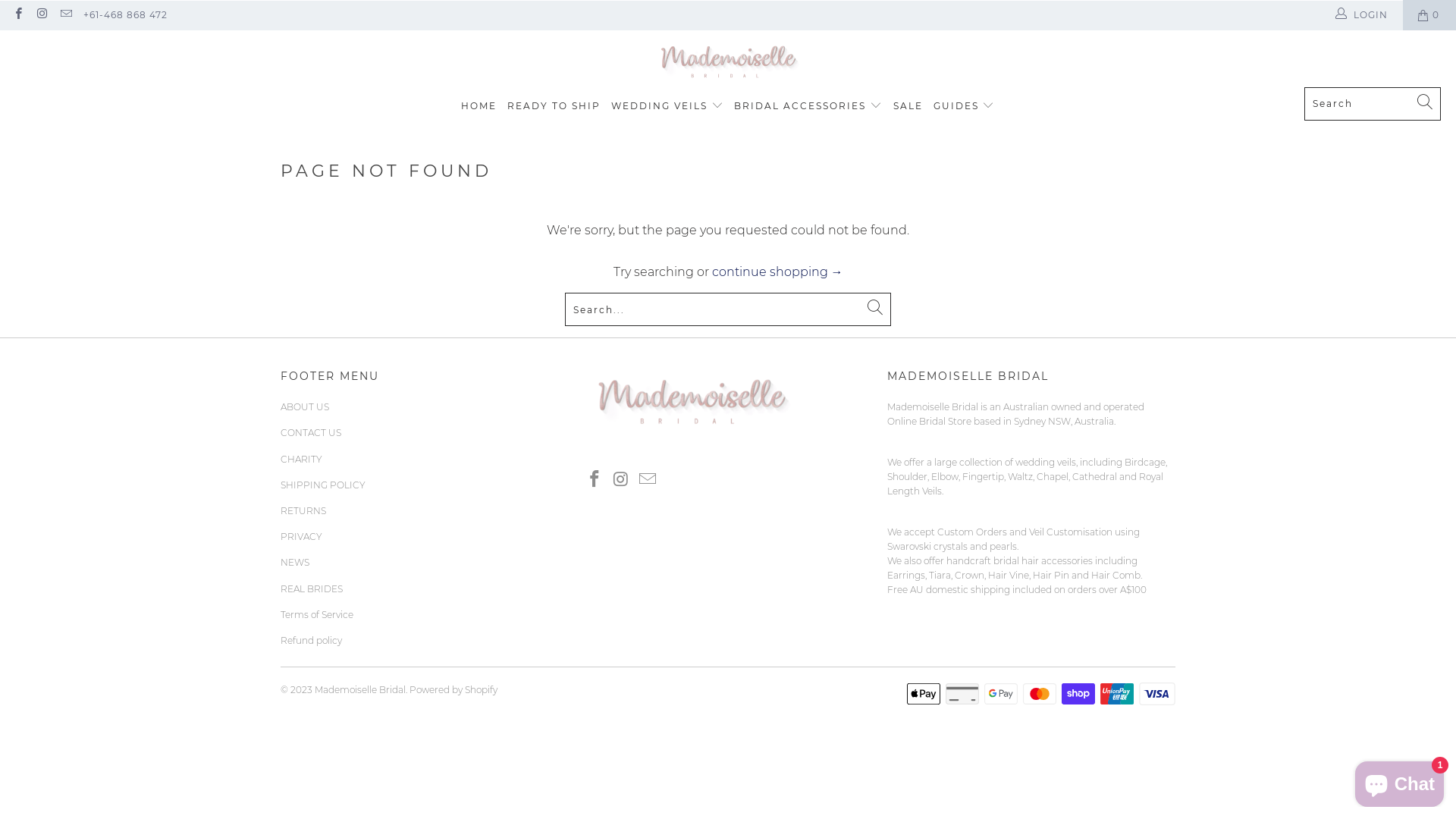 Image resolution: width=1456 pixels, height=819 pixels. What do you see at coordinates (963, 105) in the screenshot?
I see `'GUIDES'` at bounding box center [963, 105].